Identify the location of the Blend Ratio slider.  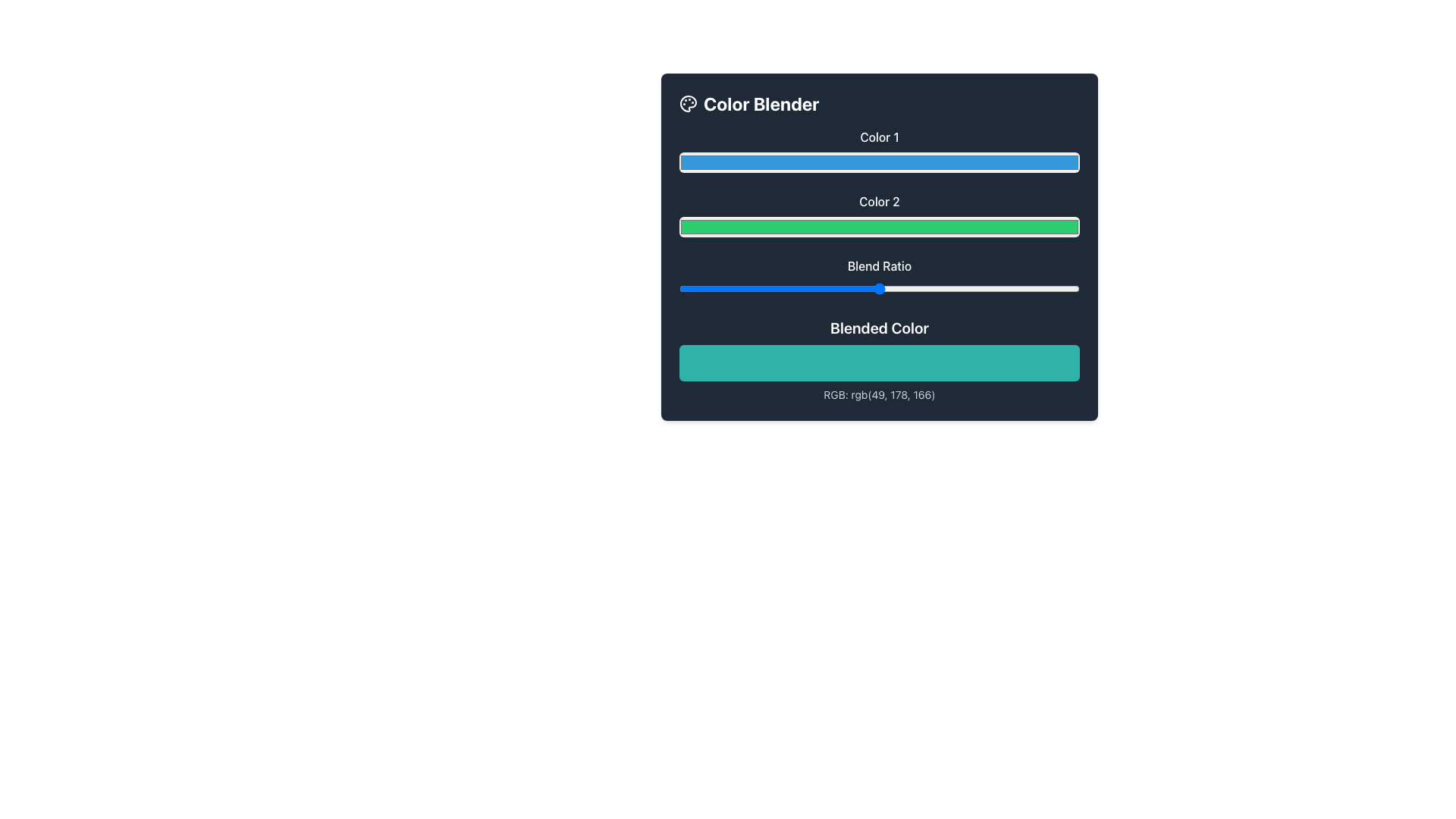
(852, 289).